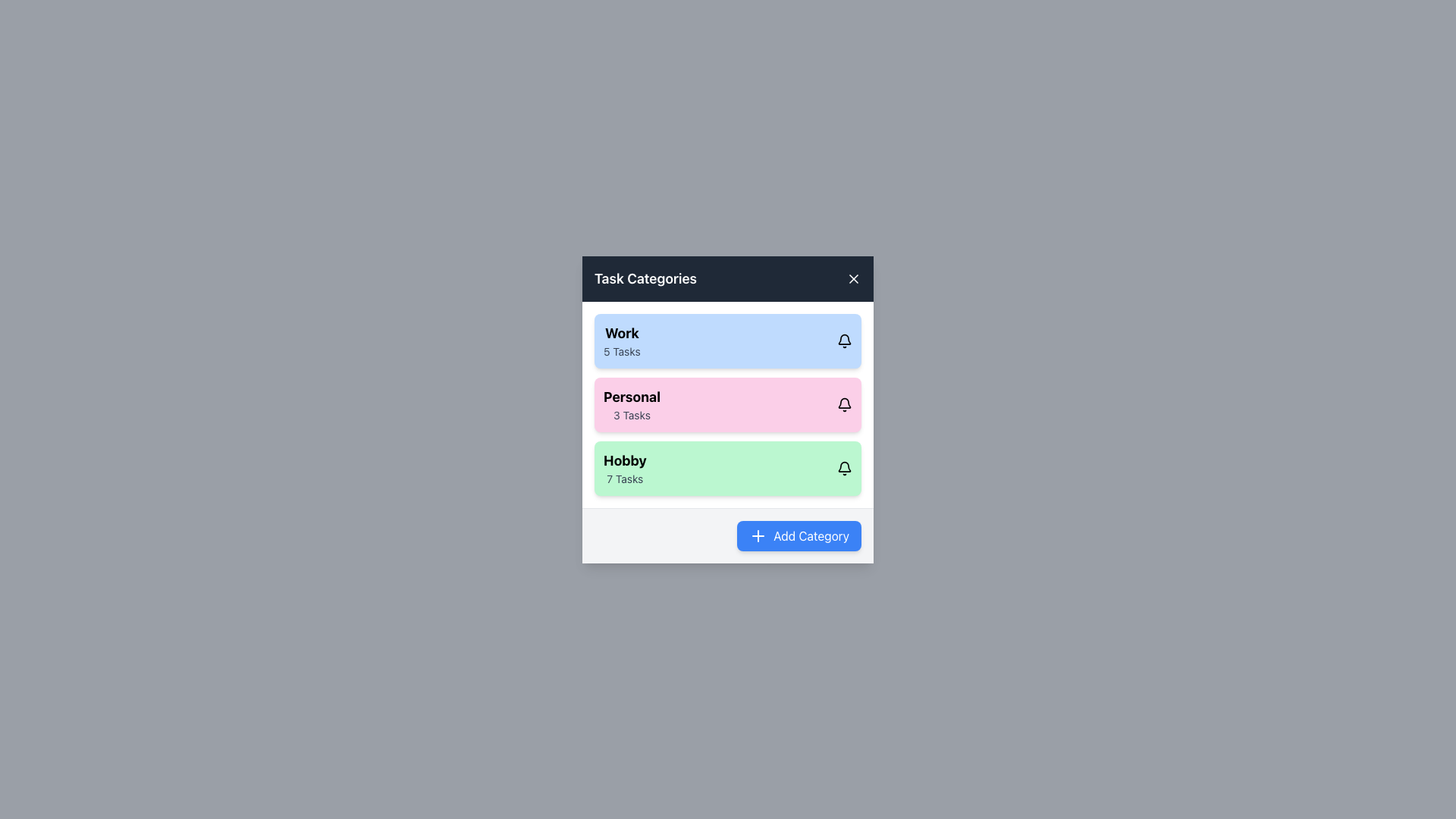  What do you see at coordinates (833, 513) in the screenshot?
I see `the 'Add Category' button located at the bottom of the dialog box` at bounding box center [833, 513].